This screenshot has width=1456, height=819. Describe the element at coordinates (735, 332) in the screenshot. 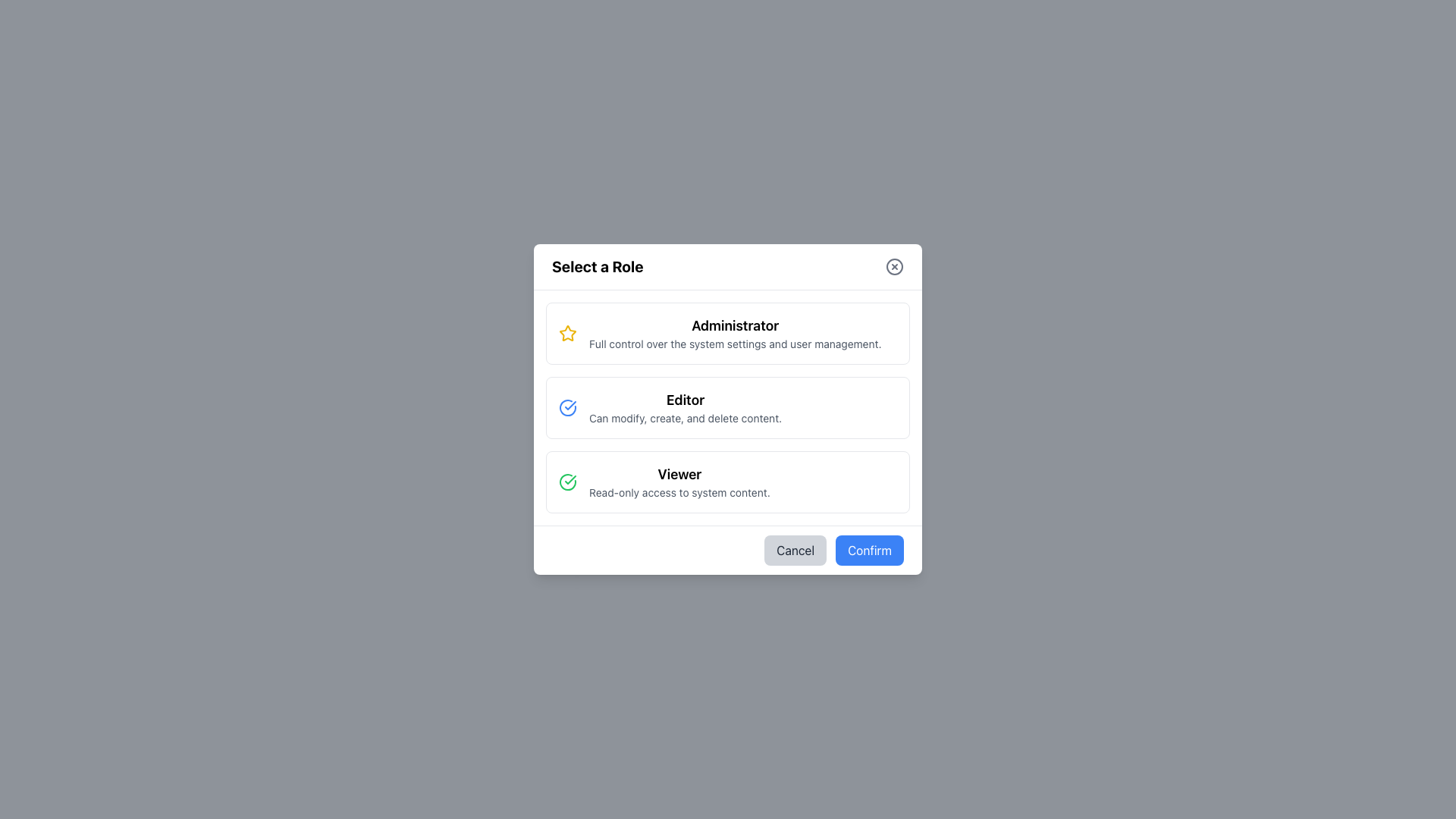

I see `the 'Administrator' role option text block within the selection dialog titled 'Select a Role'` at that location.